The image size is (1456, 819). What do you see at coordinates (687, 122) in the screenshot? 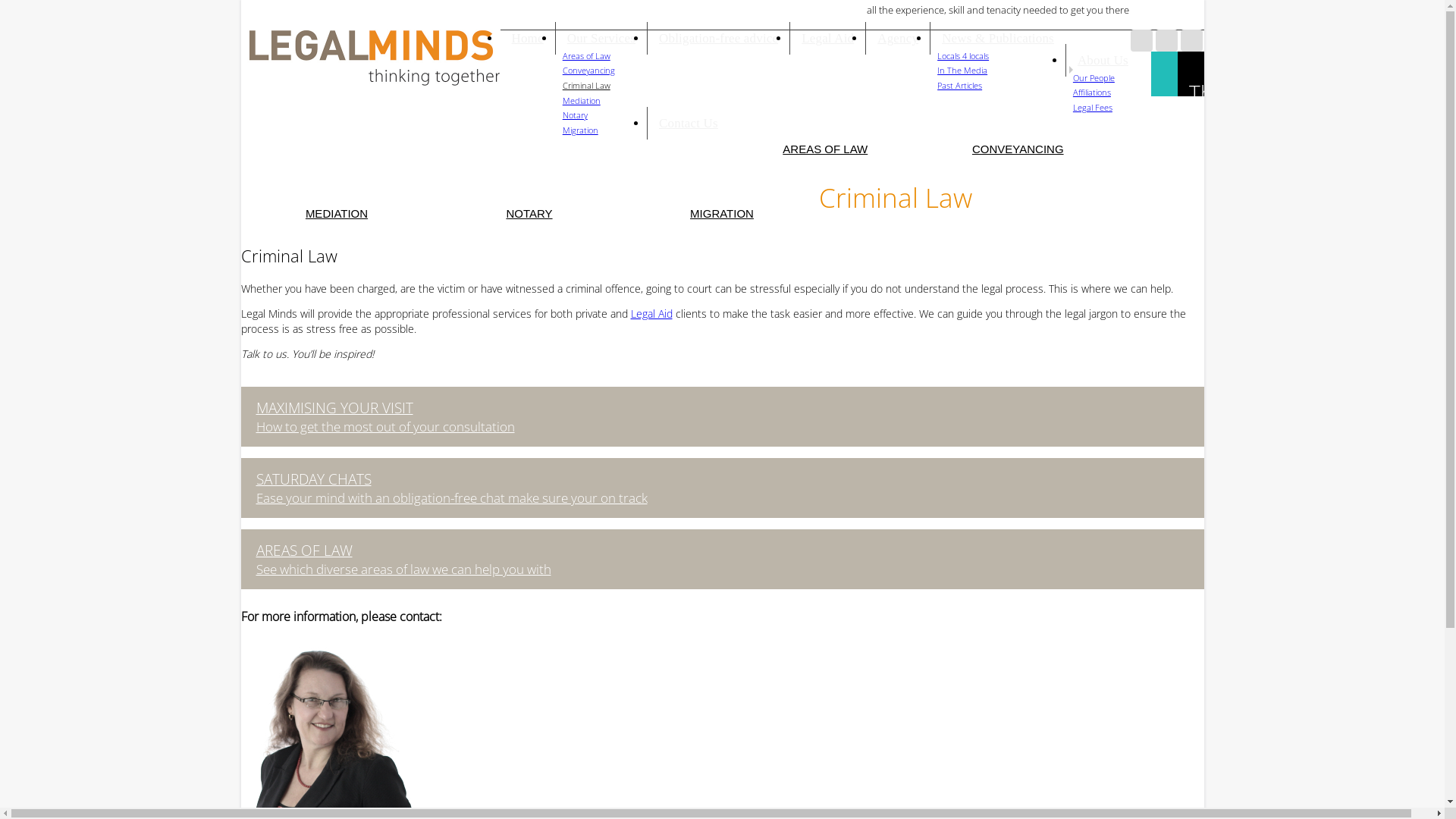
I see `'Contact Us'` at bounding box center [687, 122].